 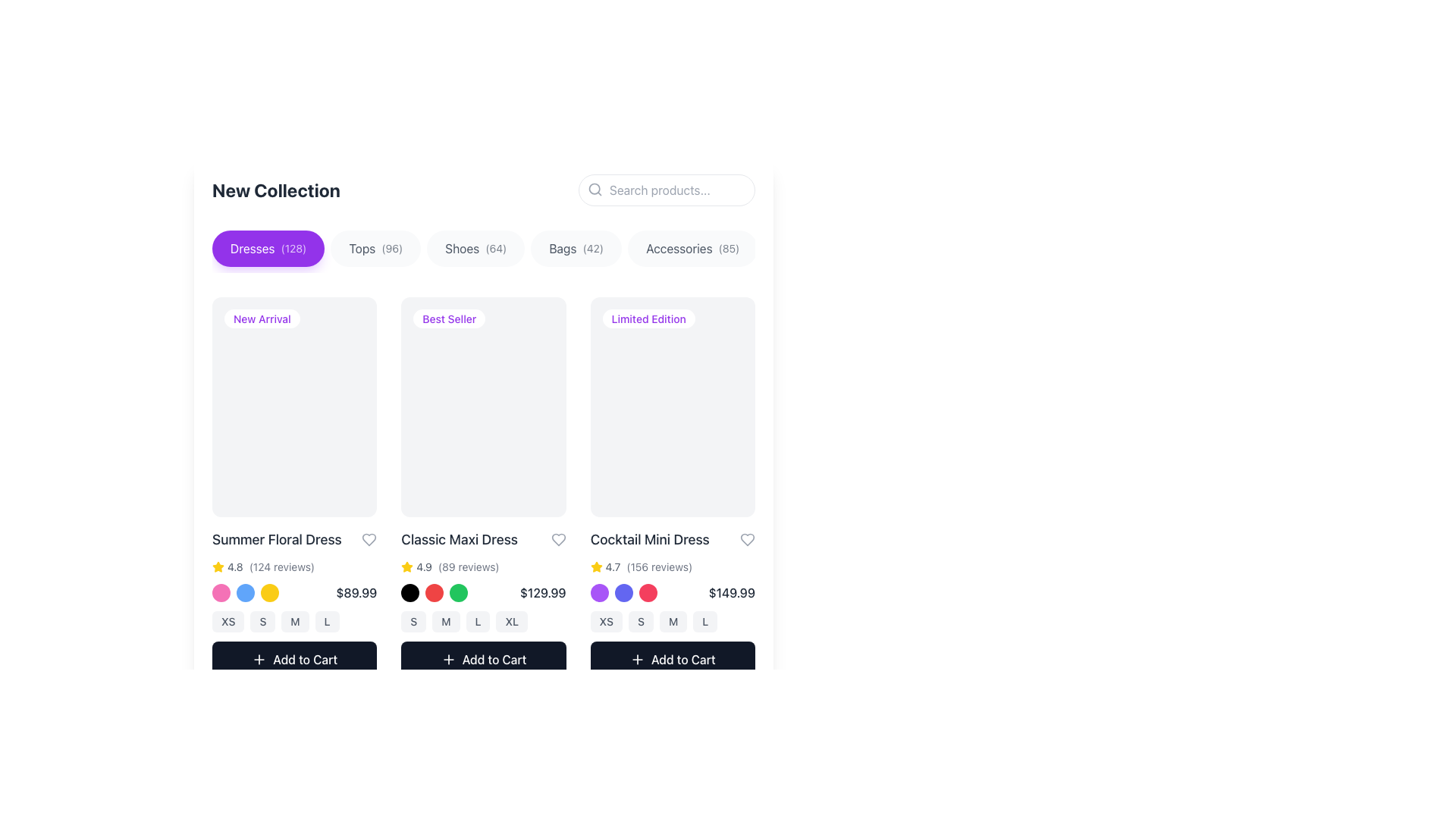 I want to click on the 'XS' size selection button located below the product information for the 'Summer Floral Dress' in the leftmost product card, so click(x=227, y=621).